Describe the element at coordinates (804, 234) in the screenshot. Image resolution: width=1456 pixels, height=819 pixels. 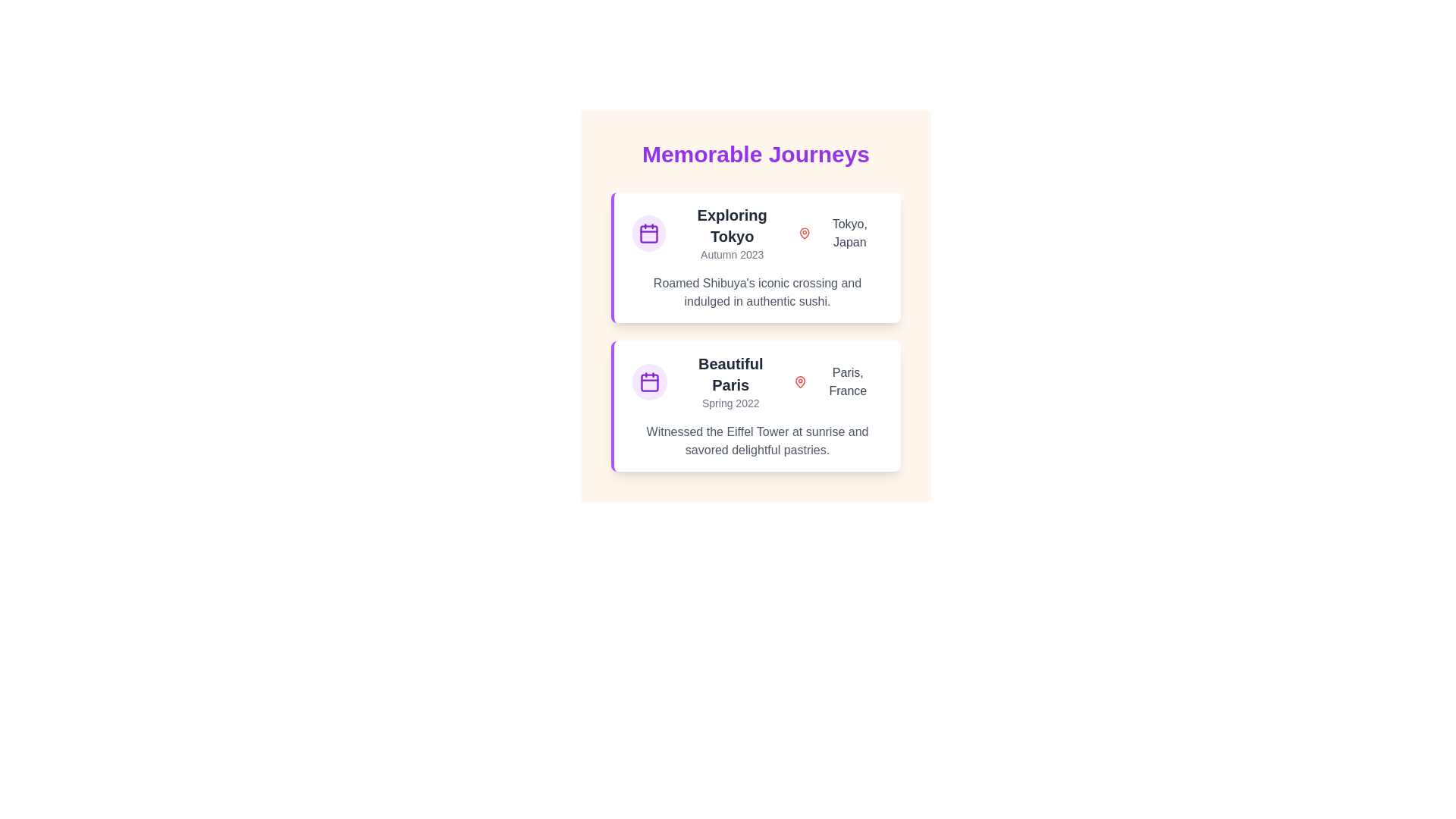
I see `the icon representing 'Tokyo, Japan' located in the top right corner of the 'Exploring Tokyo' card, adjacent to the text 'Tokyo, Japan'` at that location.